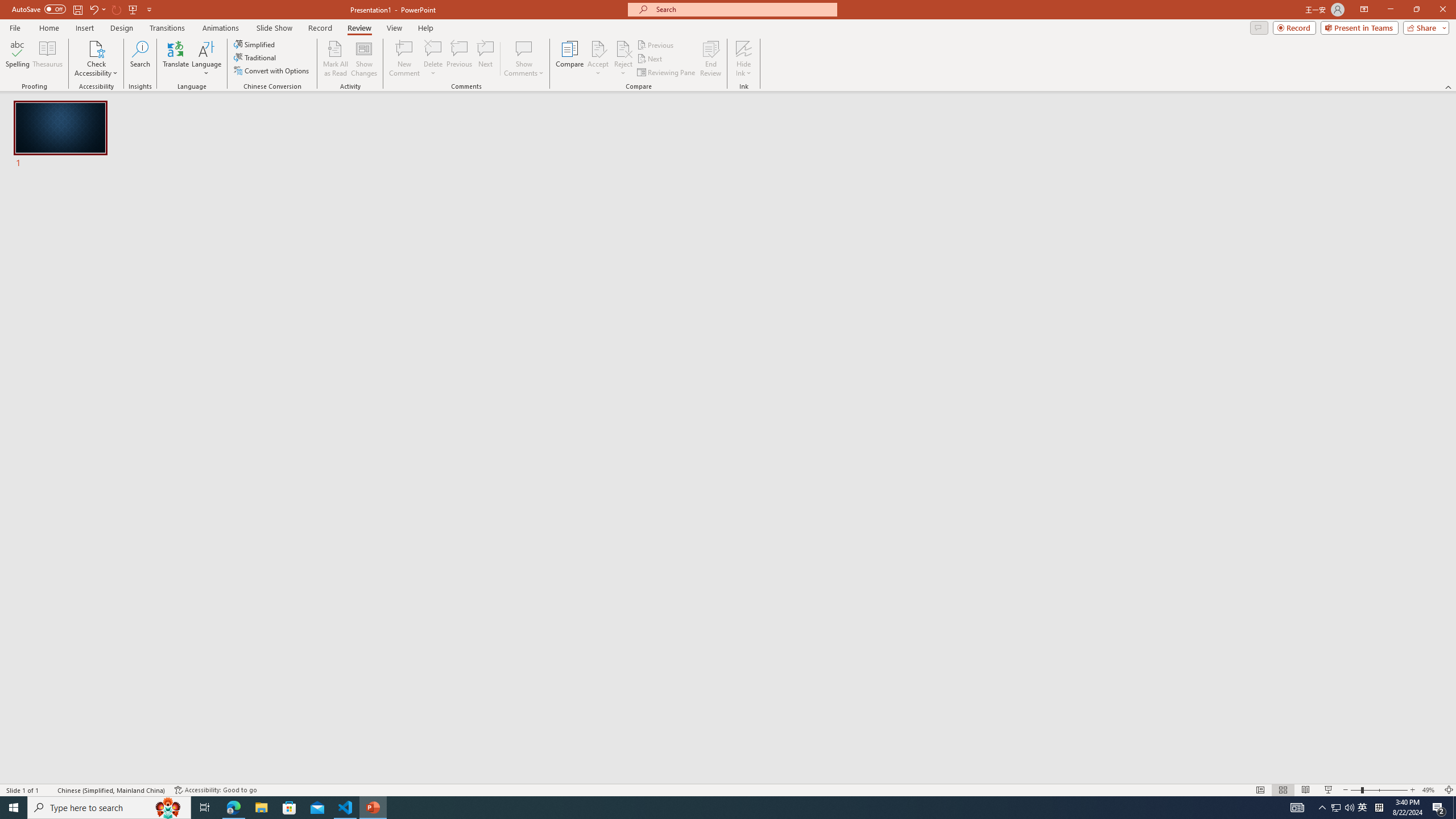 This screenshot has height=819, width=1456. I want to click on 'Thesaurus...', so click(47, 59).